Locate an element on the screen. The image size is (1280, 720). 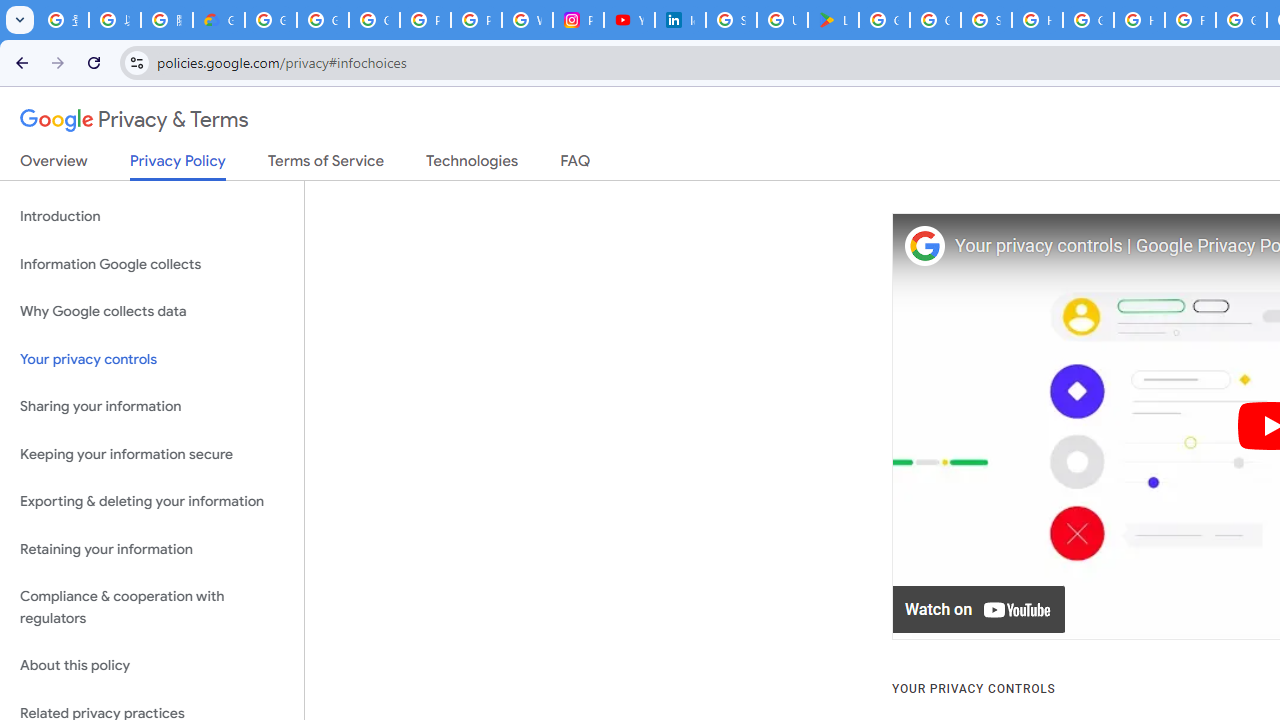
'Compliance & cooperation with regulators' is located at coordinates (151, 607).